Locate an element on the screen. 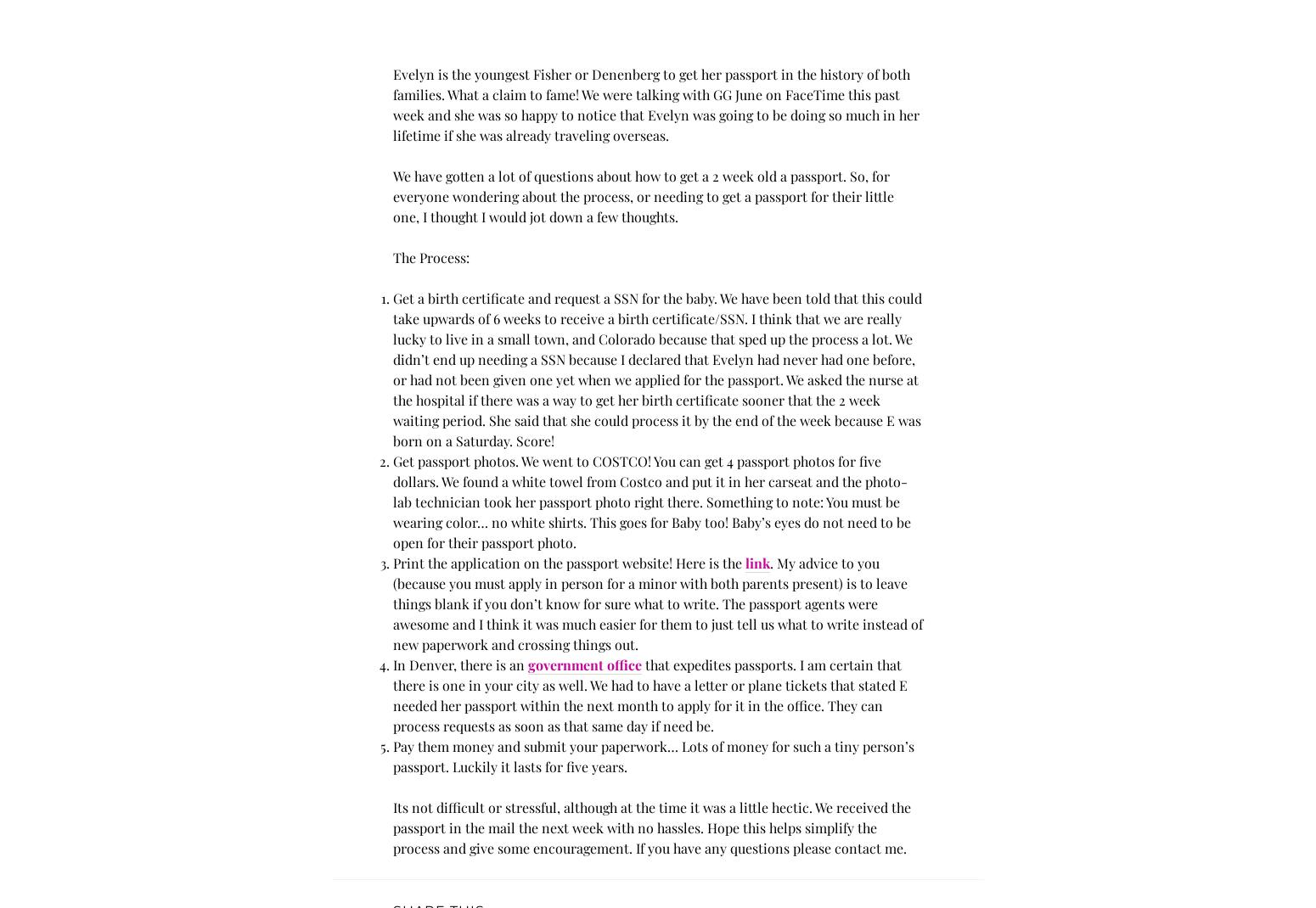 Image resolution: width=1316 pixels, height=908 pixels. 'In Denver, there is an' is located at coordinates (459, 664).